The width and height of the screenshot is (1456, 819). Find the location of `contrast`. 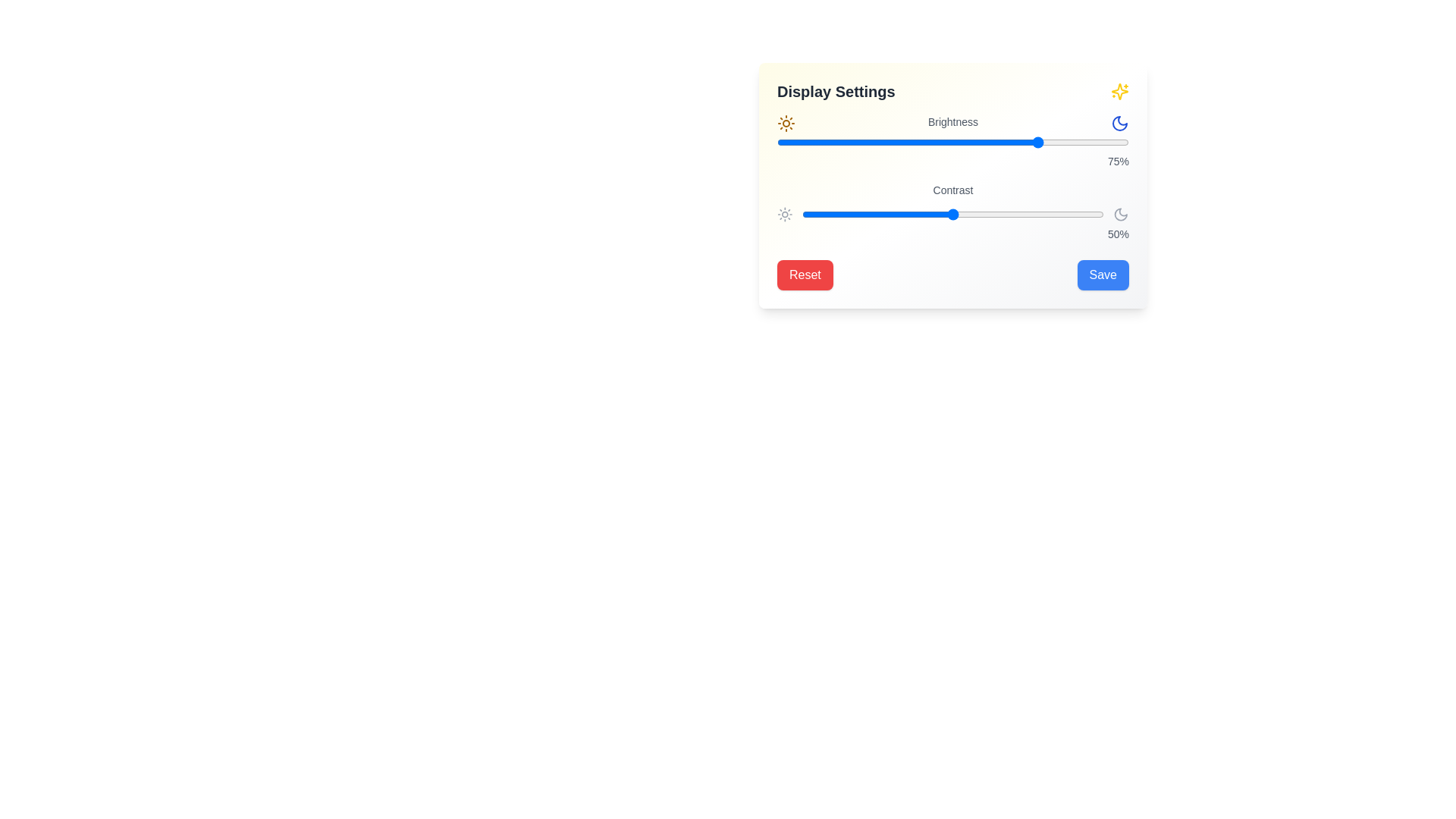

contrast is located at coordinates (899, 214).